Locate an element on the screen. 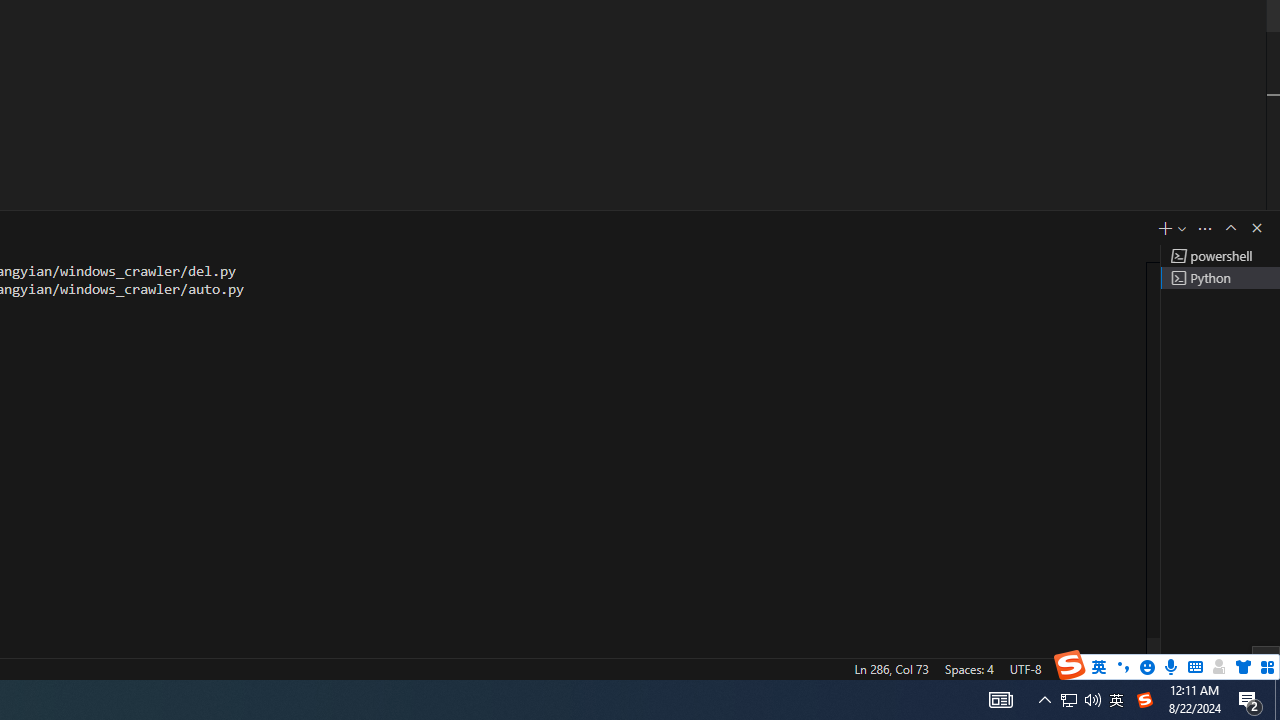  'UTF-8' is located at coordinates (1025, 668).